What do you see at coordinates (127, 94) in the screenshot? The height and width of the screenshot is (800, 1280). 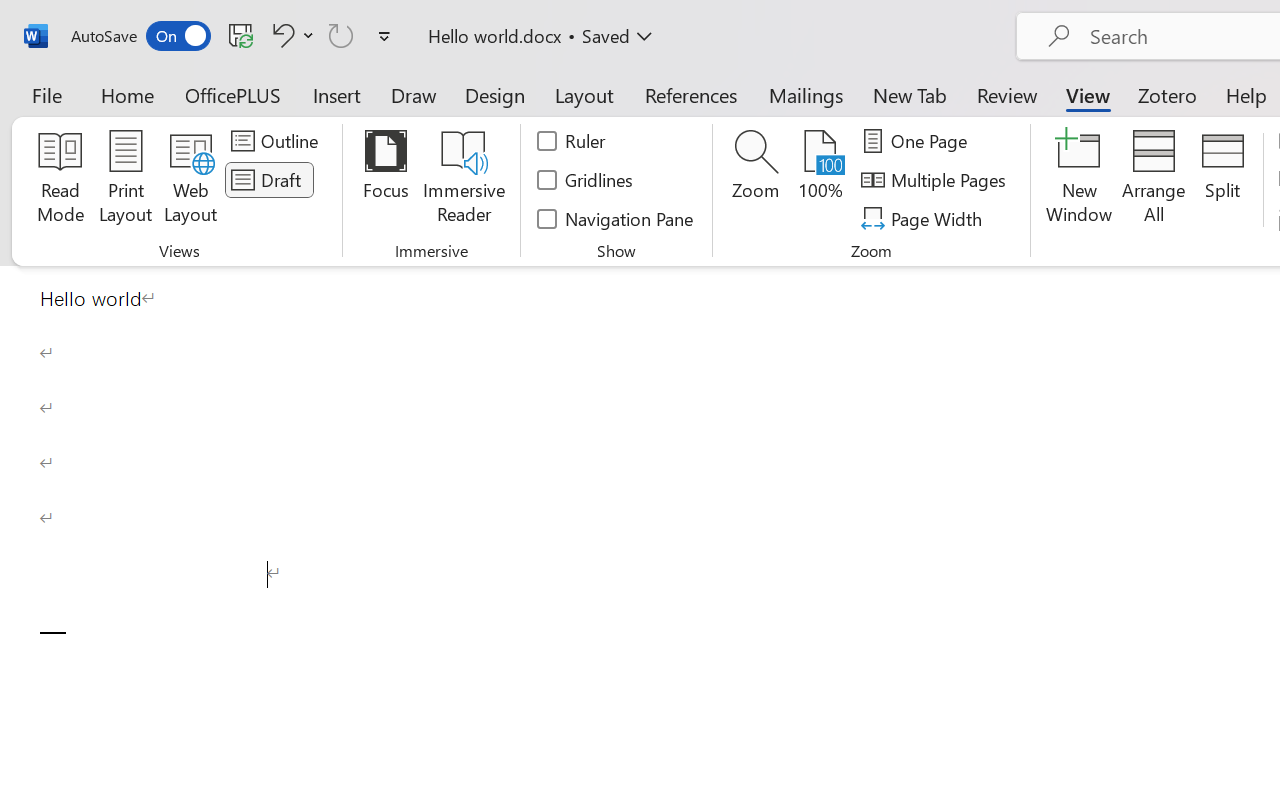 I see `'Home'` at bounding box center [127, 94].